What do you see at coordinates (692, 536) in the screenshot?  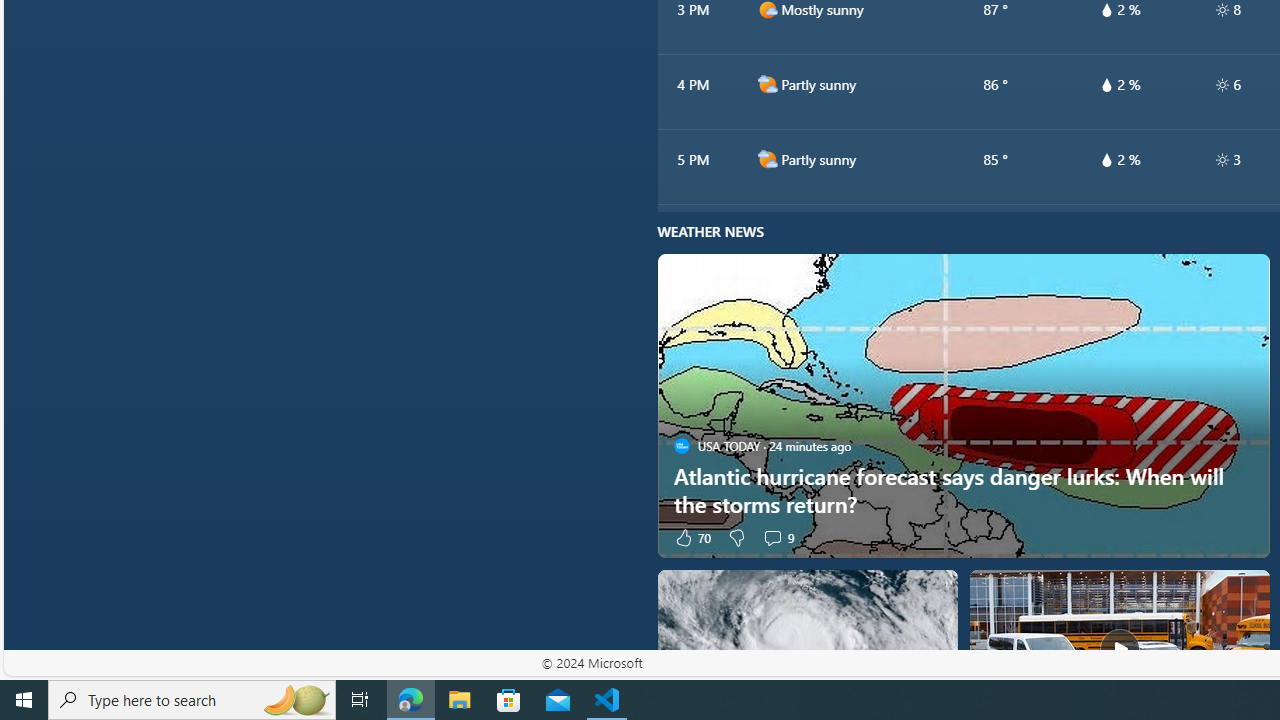 I see `'70 Like'` at bounding box center [692, 536].